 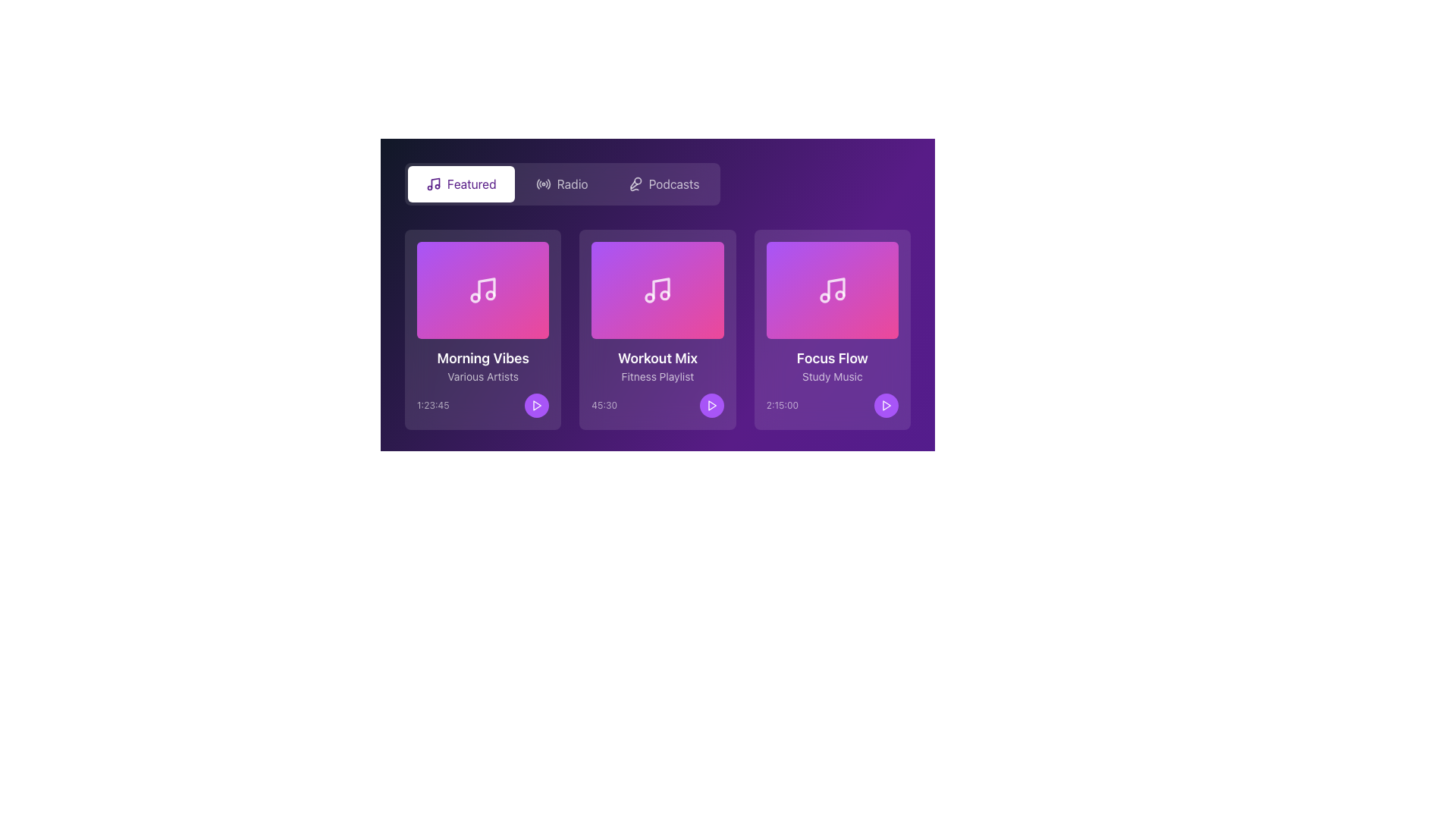 I want to click on the musical motif icon located within the 'Featured' button in the top-left corner of the interface, indicating content related to music or audio, so click(x=435, y=182).